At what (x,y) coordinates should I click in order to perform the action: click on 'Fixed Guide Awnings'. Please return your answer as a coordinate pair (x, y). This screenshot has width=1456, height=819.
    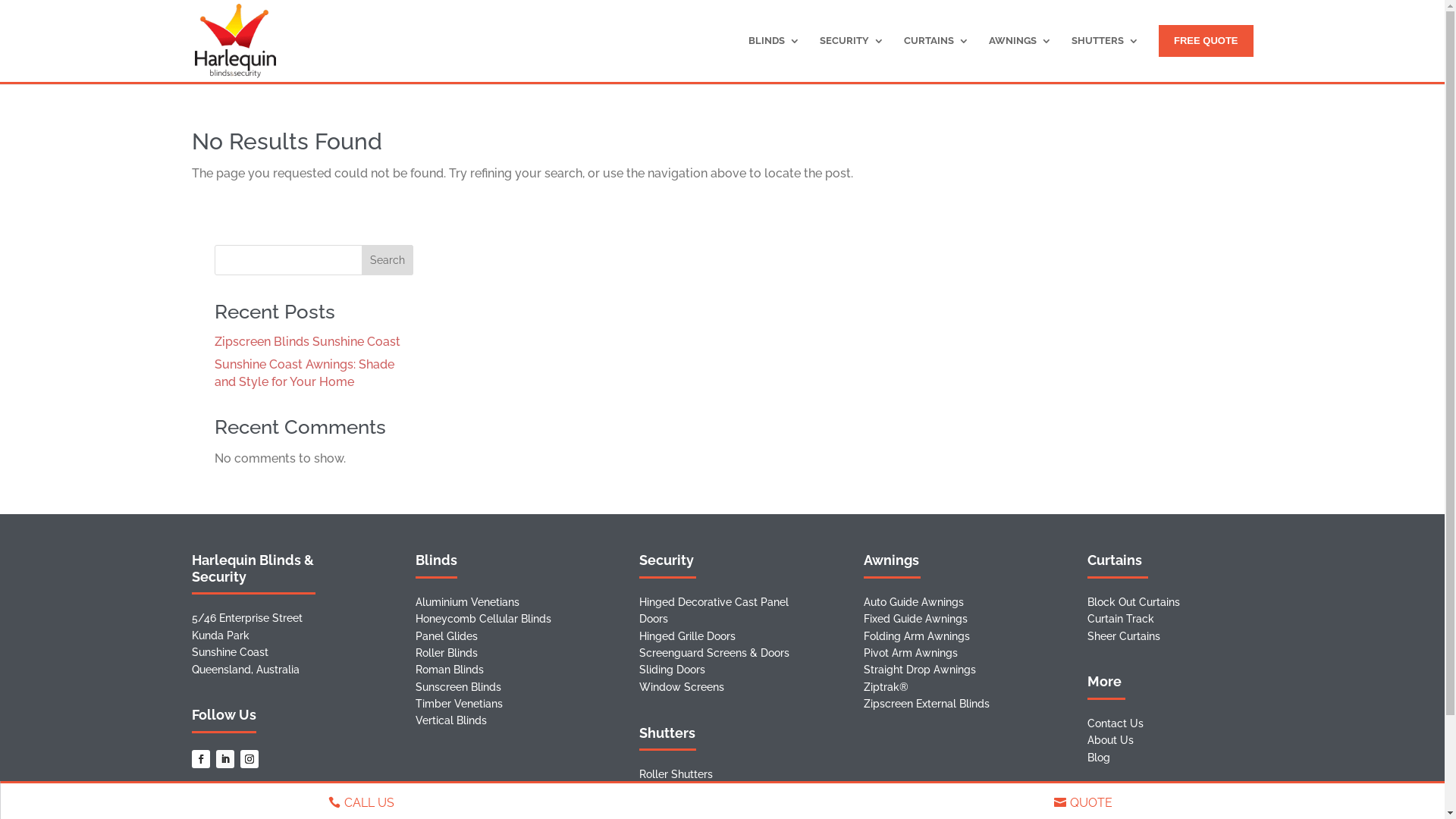
    Looking at the image, I should click on (915, 619).